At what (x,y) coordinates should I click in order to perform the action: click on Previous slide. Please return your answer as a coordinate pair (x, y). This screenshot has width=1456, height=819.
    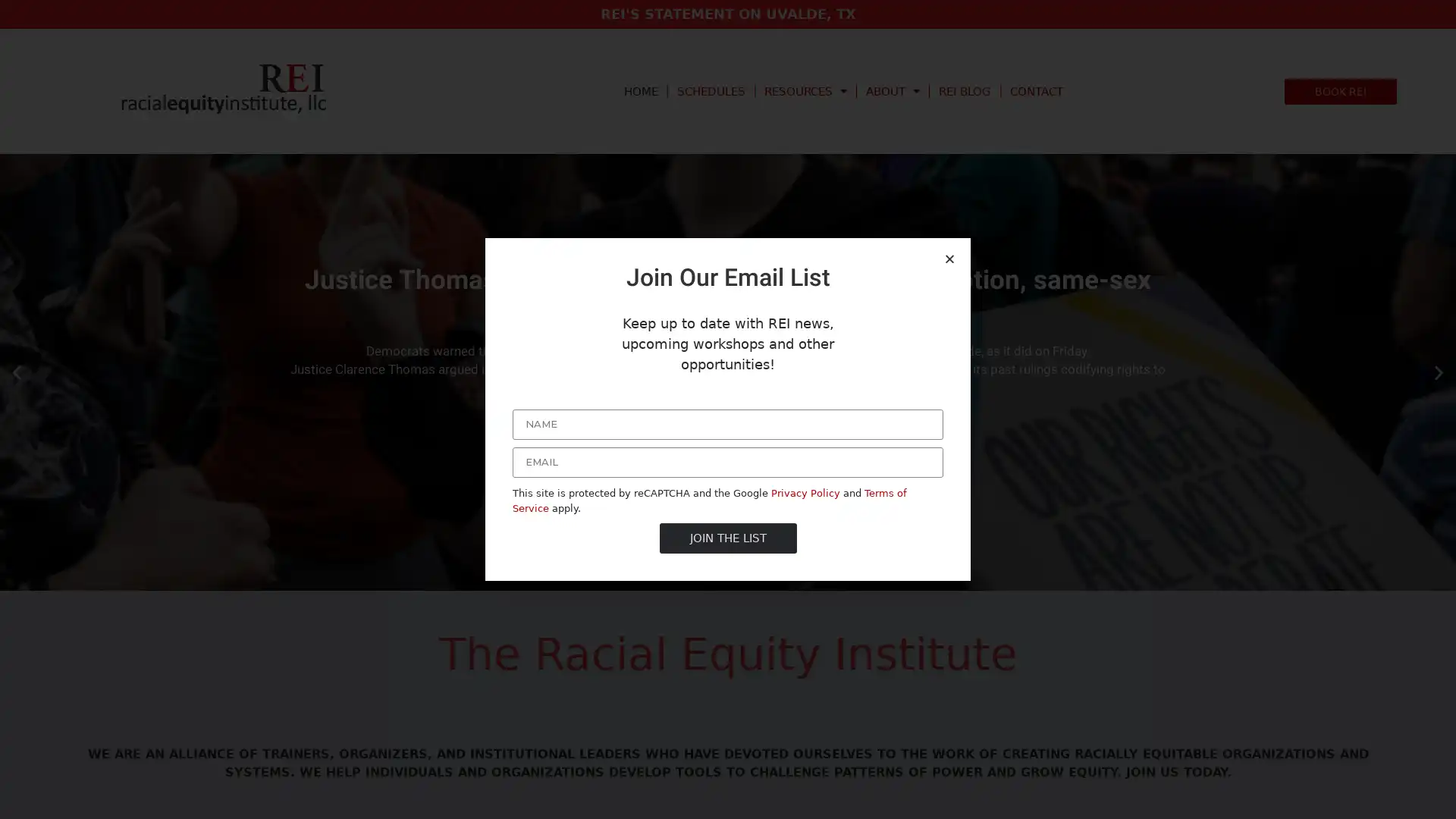
    Looking at the image, I should click on (17, 372).